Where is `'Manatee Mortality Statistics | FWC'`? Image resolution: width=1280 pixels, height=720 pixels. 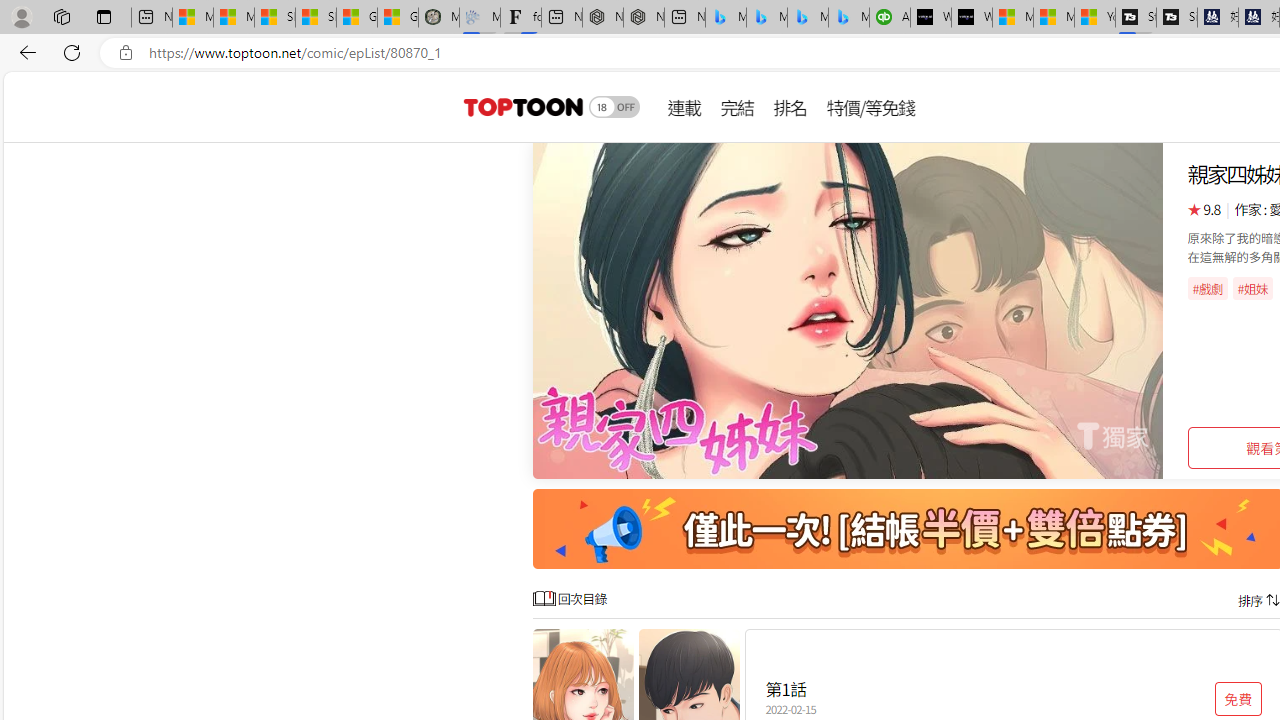
'Manatee Mortality Statistics | FWC' is located at coordinates (438, 17).